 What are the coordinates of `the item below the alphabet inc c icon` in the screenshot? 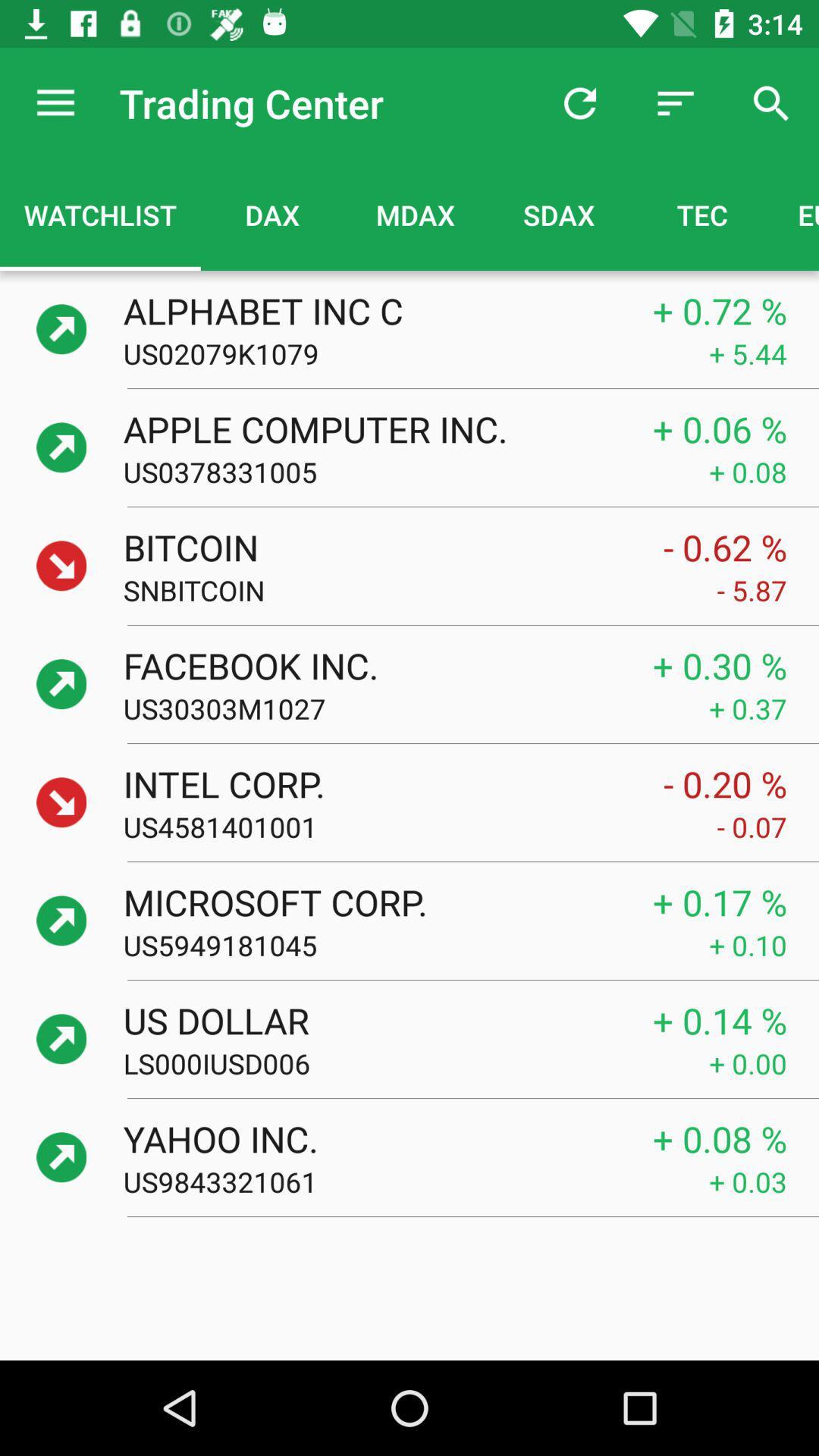 It's located at (416, 353).